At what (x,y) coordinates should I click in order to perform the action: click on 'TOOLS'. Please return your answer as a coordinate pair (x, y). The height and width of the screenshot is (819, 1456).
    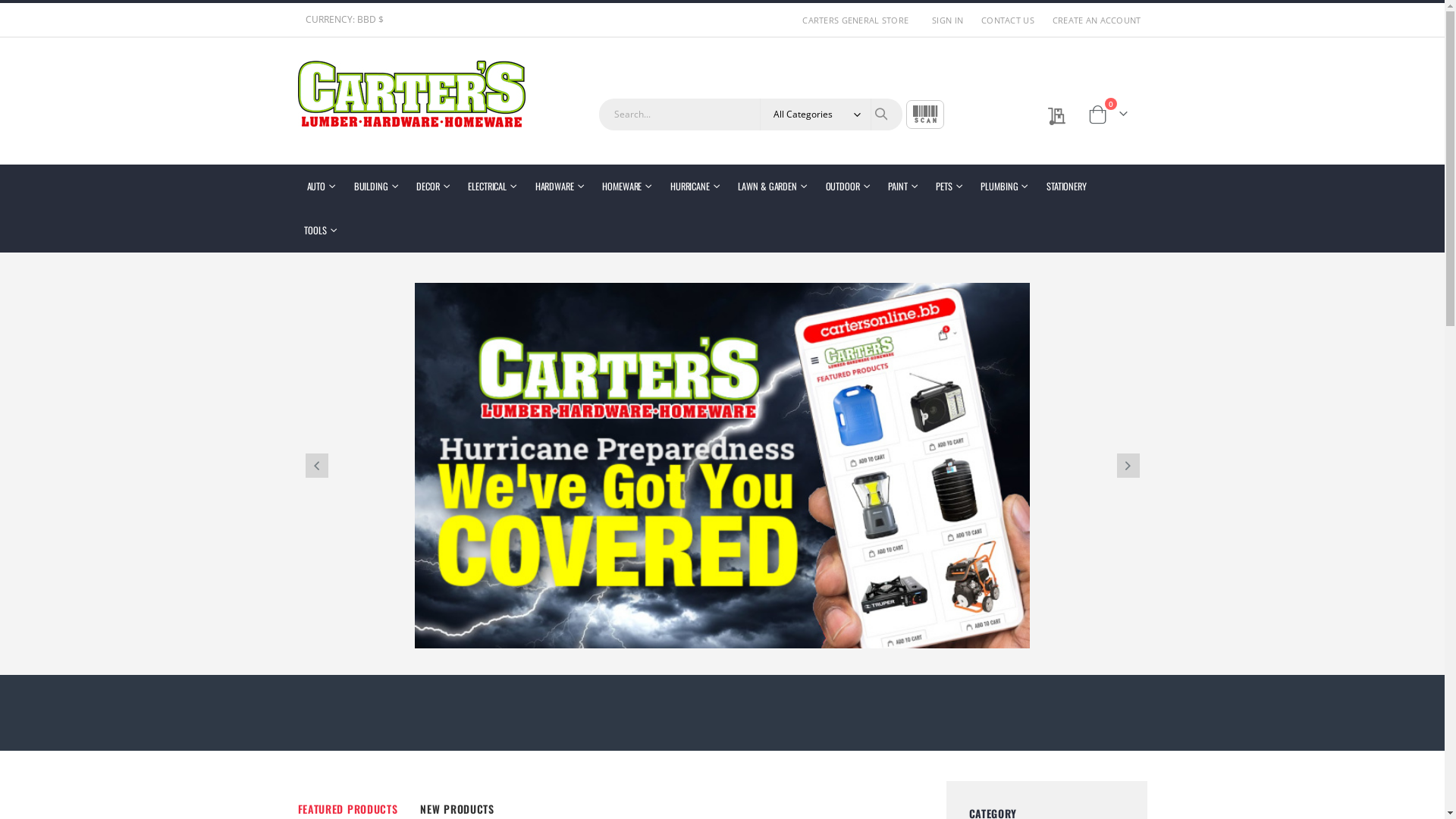
    Looking at the image, I should click on (319, 231).